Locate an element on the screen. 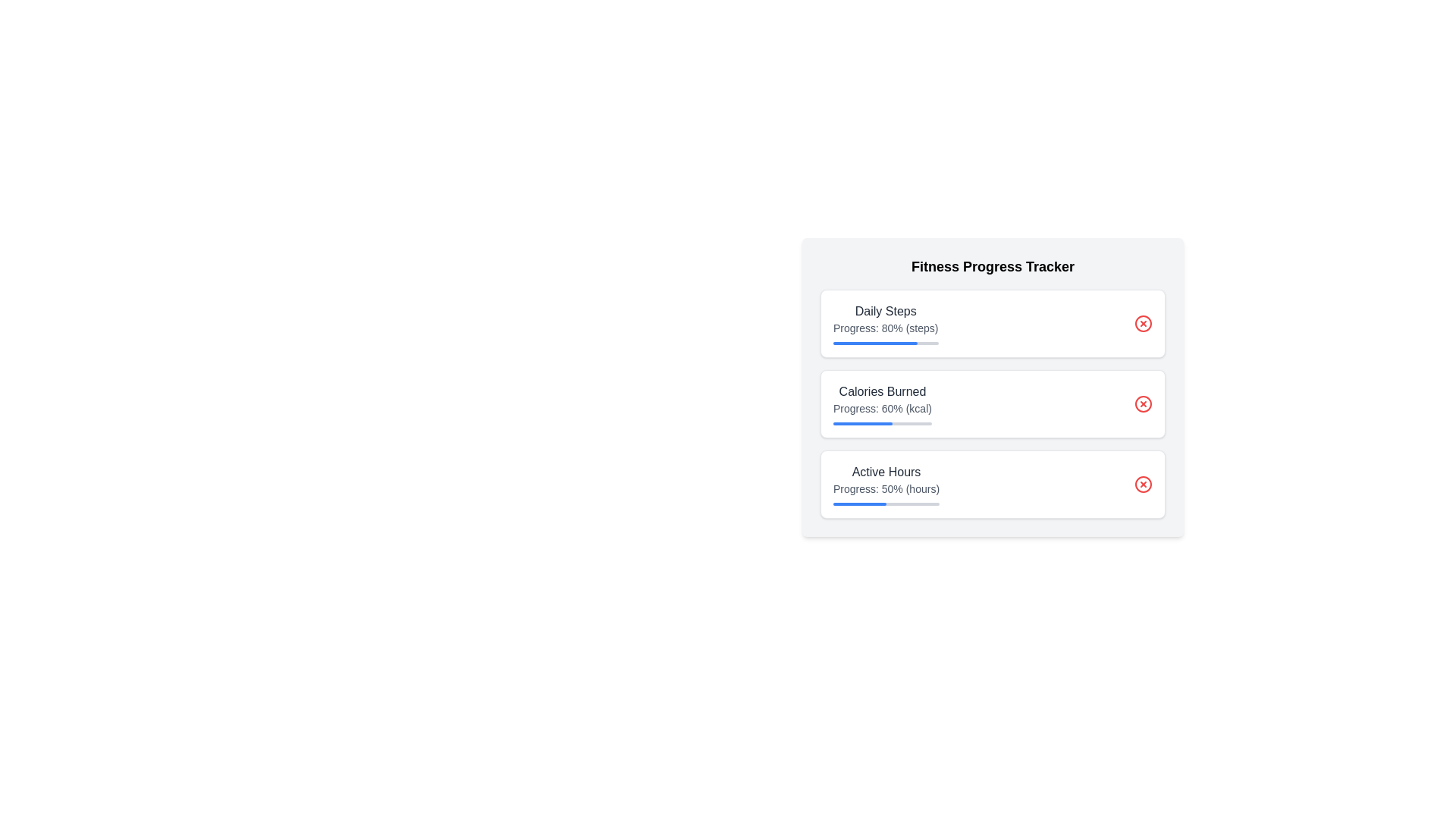 The height and width of the screenshot is (819, 1456). textual information displayed in the daily steps progress tracker located at the top of the card, which includes the percentage and steps count is located at coordinates (993, 323).